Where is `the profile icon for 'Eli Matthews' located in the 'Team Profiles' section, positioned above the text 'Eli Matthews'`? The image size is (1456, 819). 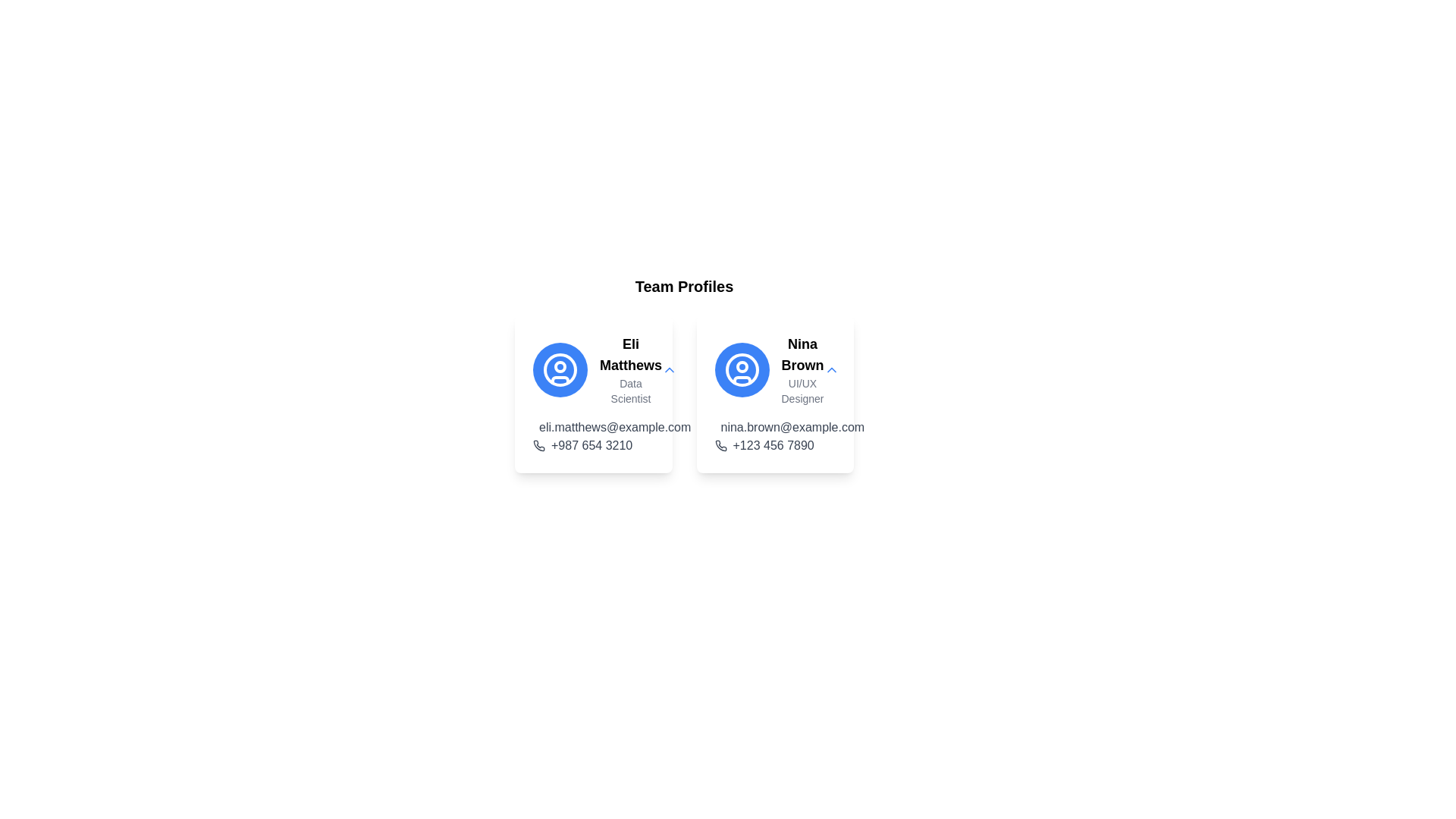
the profile icon for 'Eli Matthews' located in the 'Team Profiles' section, positioned above the text 'Eli Matthews' is located at coordinates (560, 370).